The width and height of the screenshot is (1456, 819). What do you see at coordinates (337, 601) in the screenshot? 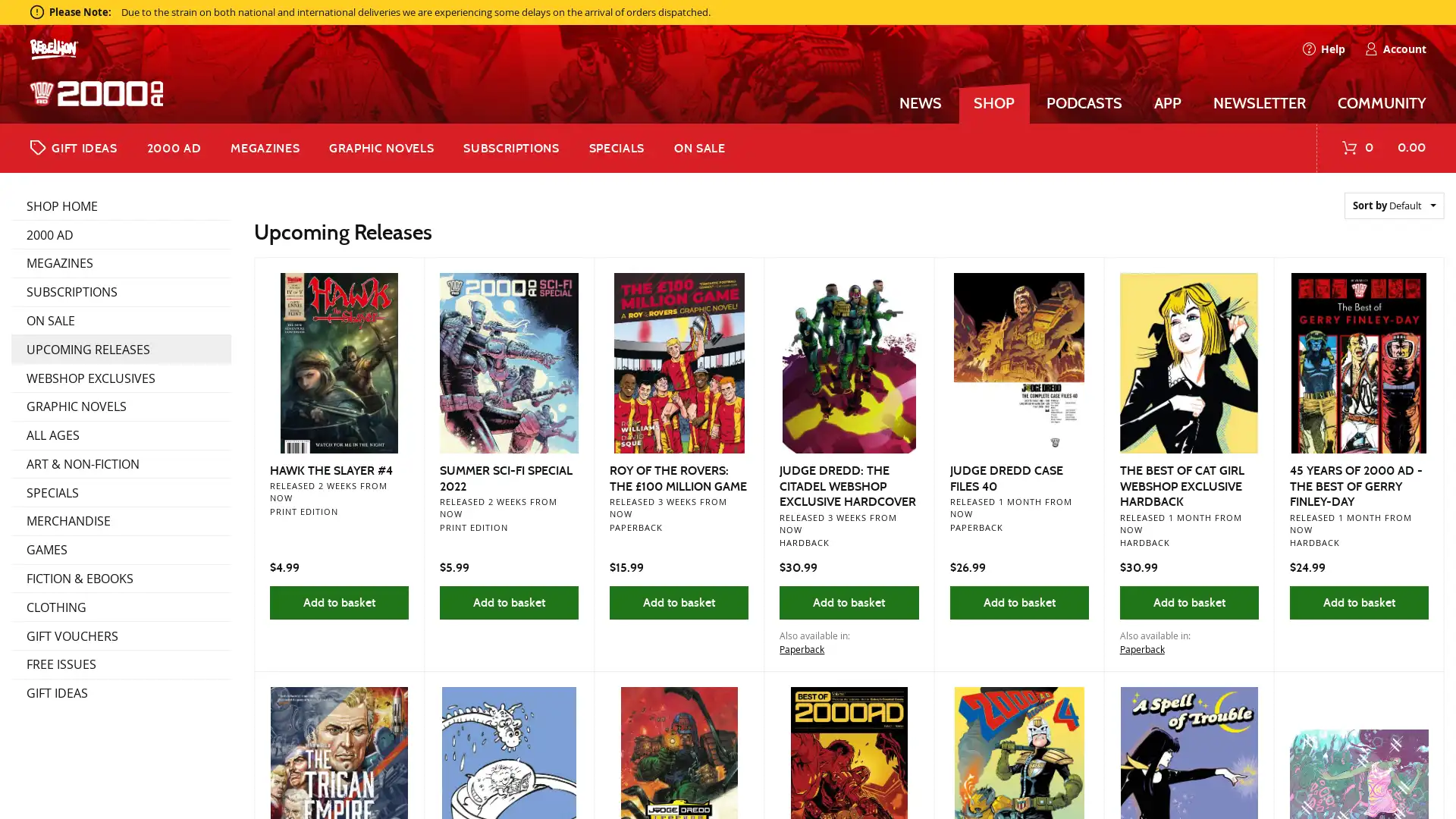
I see `Add to basket` at bounding box center [337, 601].